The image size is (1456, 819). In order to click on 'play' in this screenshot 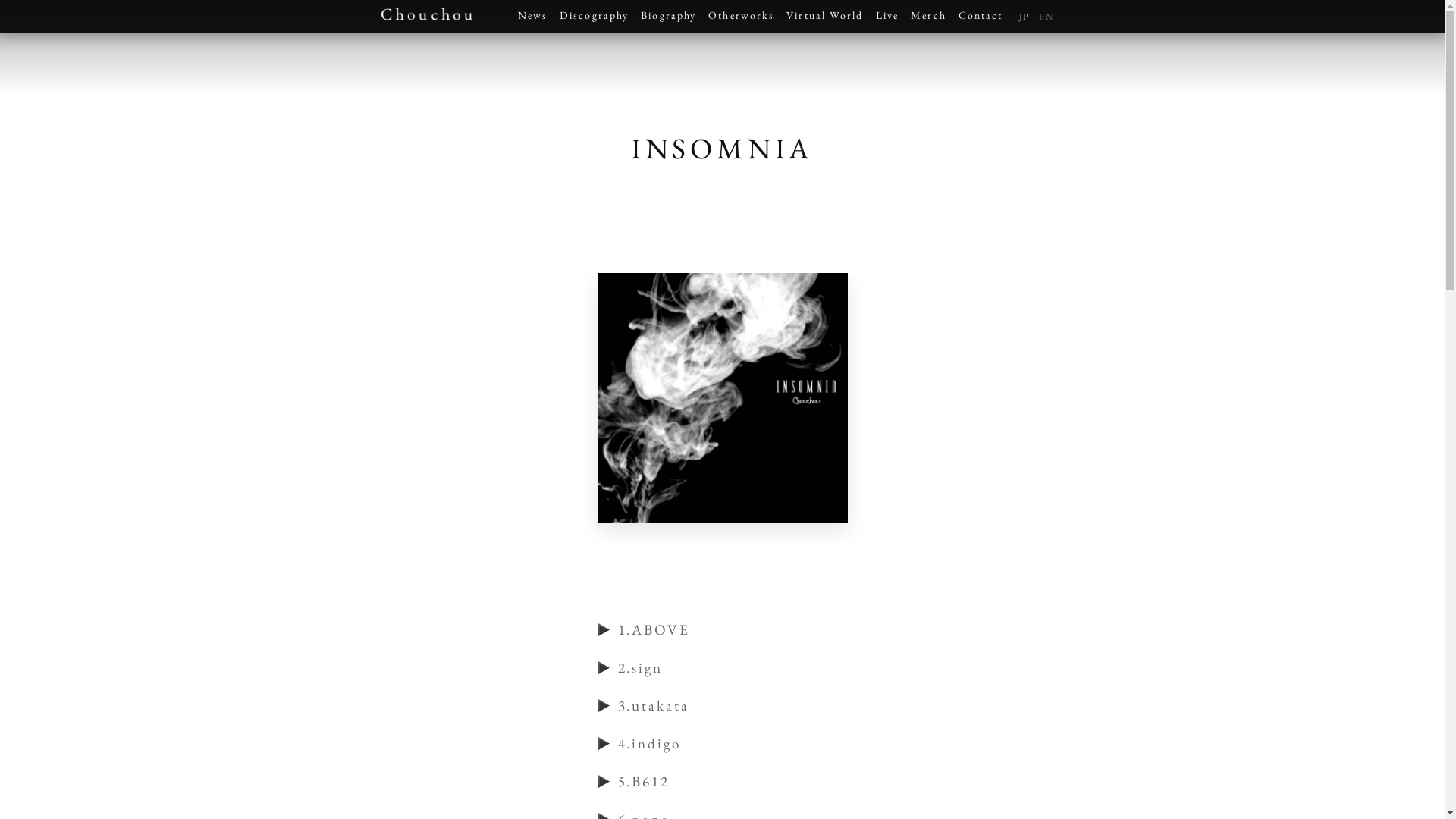, I will do `click(604, 781)`.